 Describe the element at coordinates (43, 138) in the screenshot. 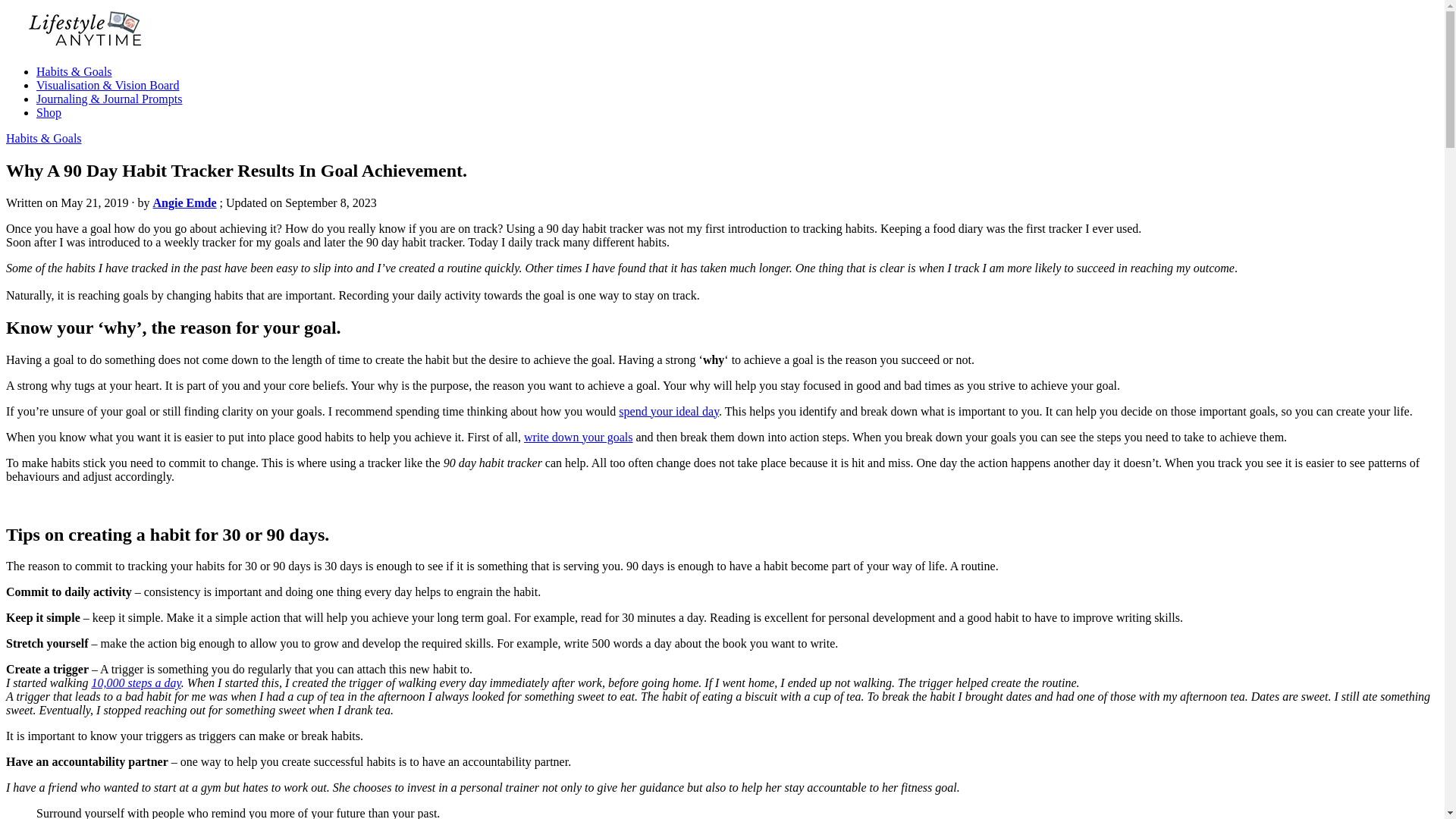

I see `'Habits & Goals'` at that location.